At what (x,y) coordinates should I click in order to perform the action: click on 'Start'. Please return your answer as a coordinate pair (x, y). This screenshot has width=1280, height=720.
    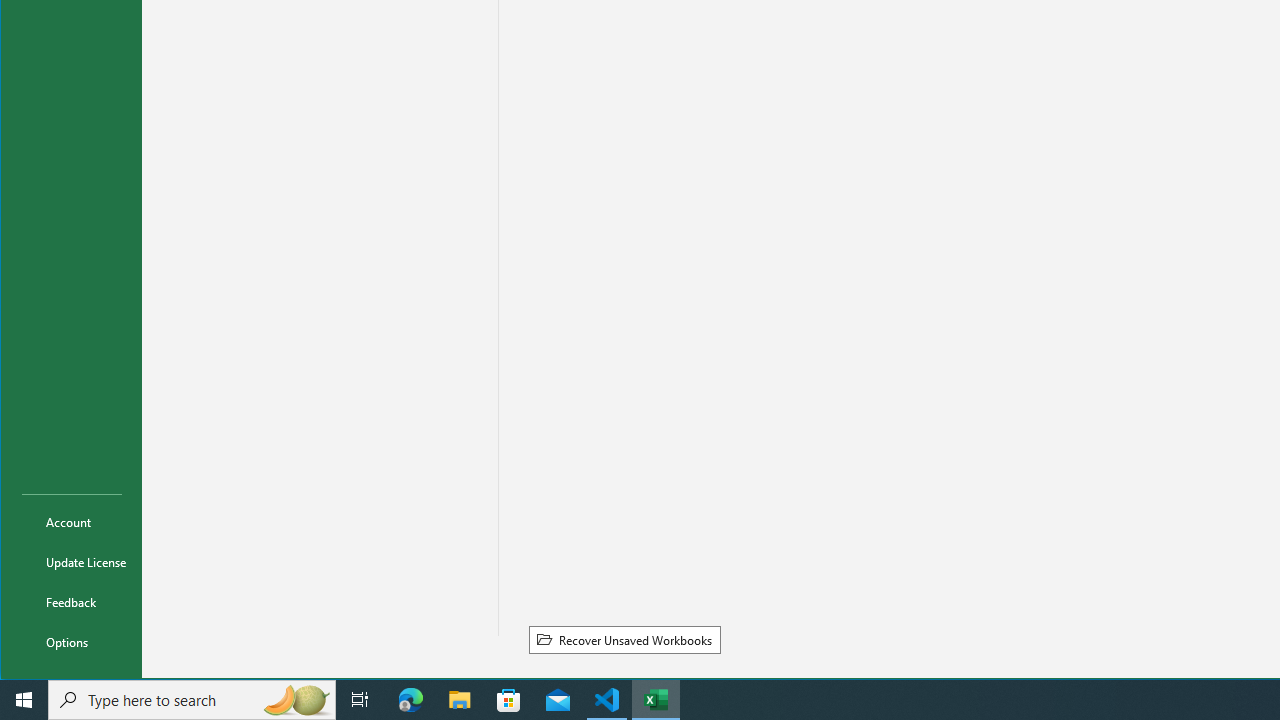
    Looking at the image, I should click on (24, 698).